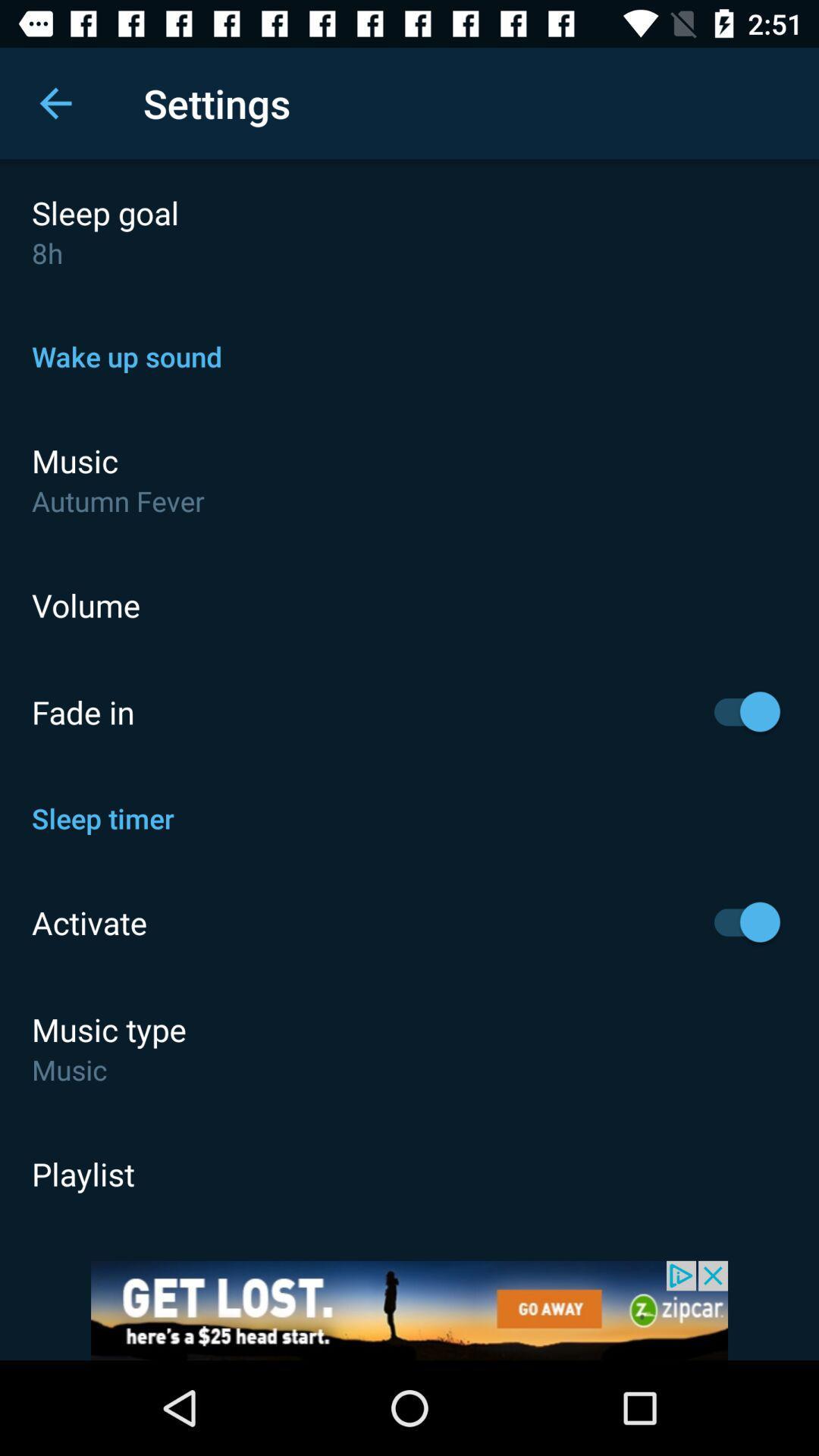  Describe the element at coordinates (409, 1310) in the screenshot. I see `shows the advertisement tab` at that location.